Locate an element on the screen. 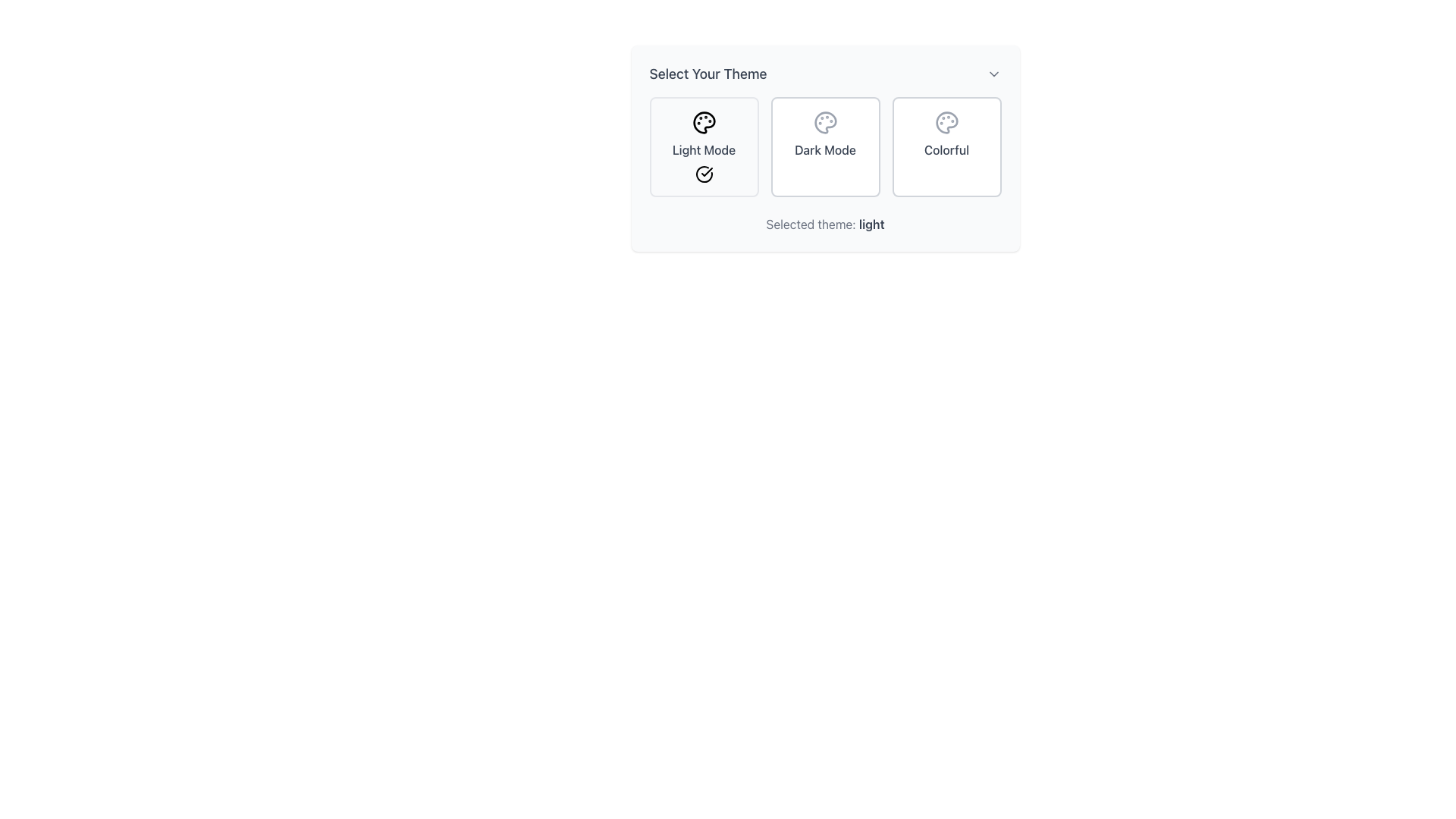 This screenshot has height=819, width=1456. the 'Light Mode' theme icon located at the leftmost position in the 'Select Your Theme' section is located at coordinates (702, 122).